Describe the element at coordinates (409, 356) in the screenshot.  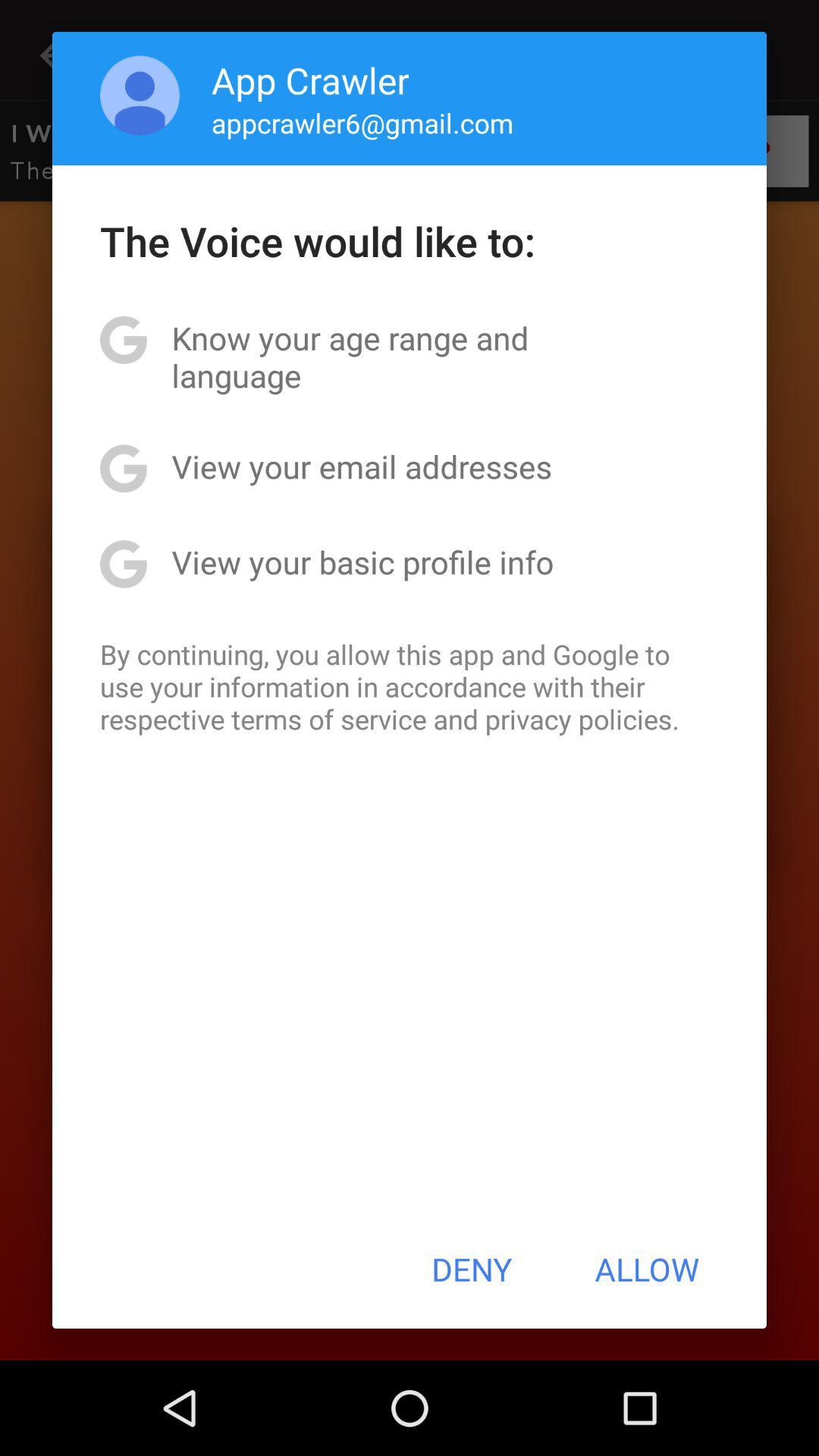
I see `app below the voice would item` at that location.